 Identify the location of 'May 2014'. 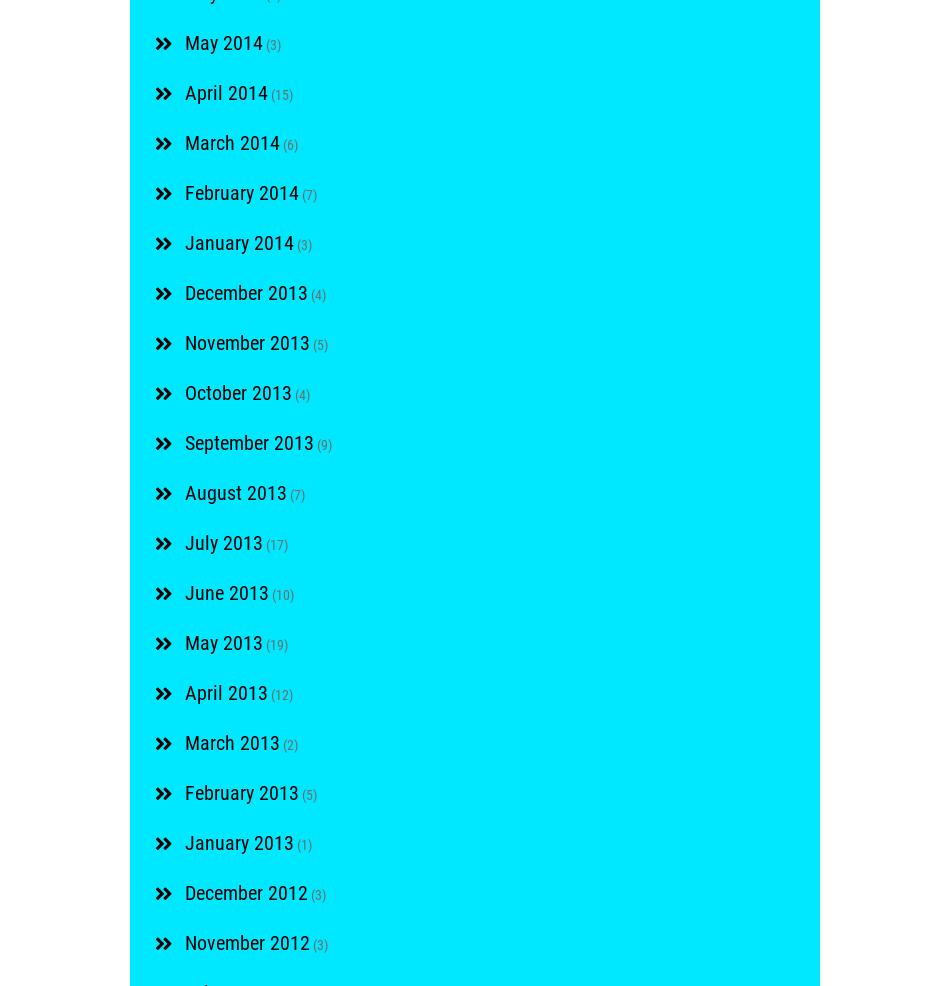
(184, 41).